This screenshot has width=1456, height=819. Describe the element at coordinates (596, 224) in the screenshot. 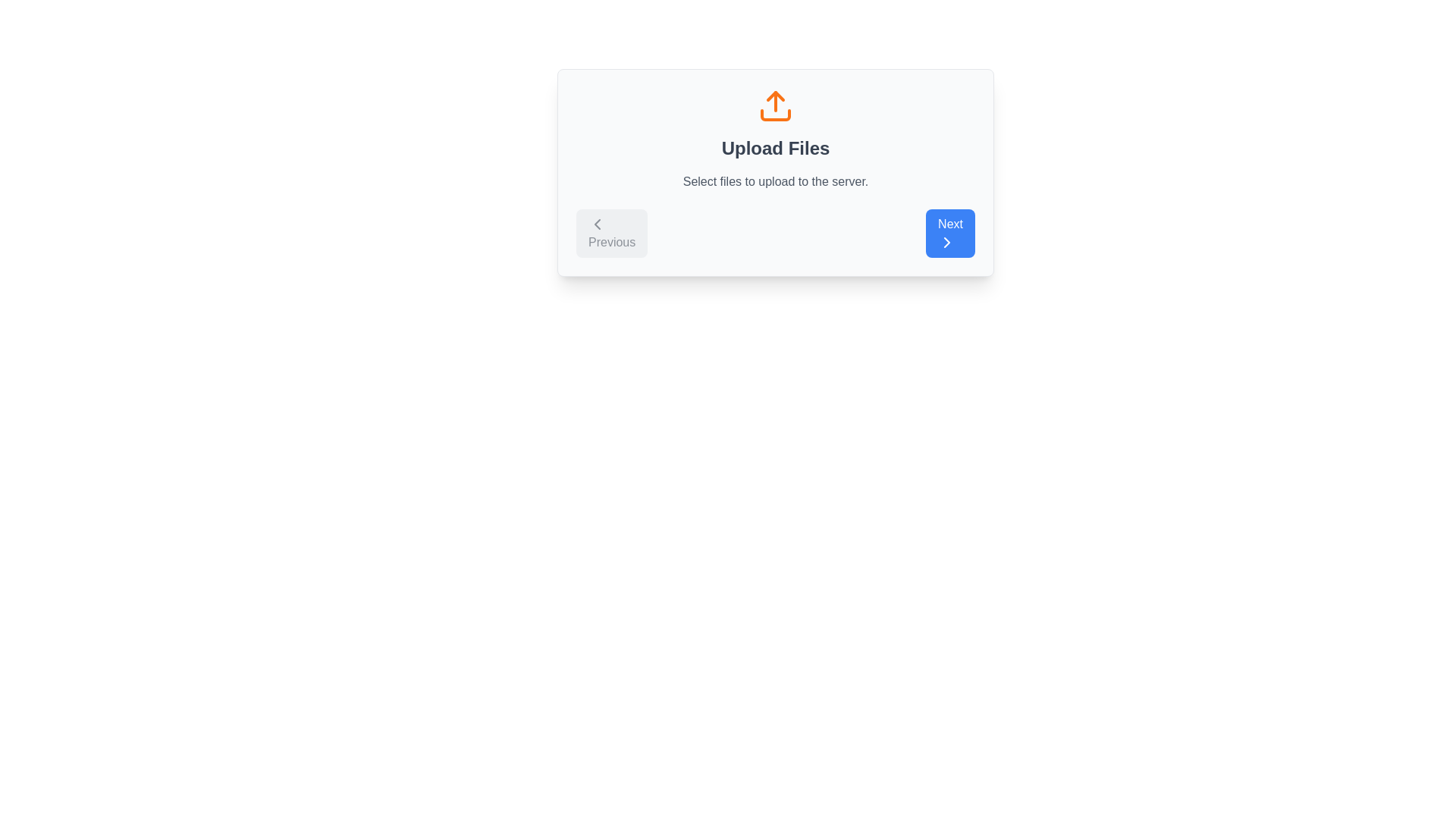

I see `the left arrow icon within the 'Previous' button` at that location.